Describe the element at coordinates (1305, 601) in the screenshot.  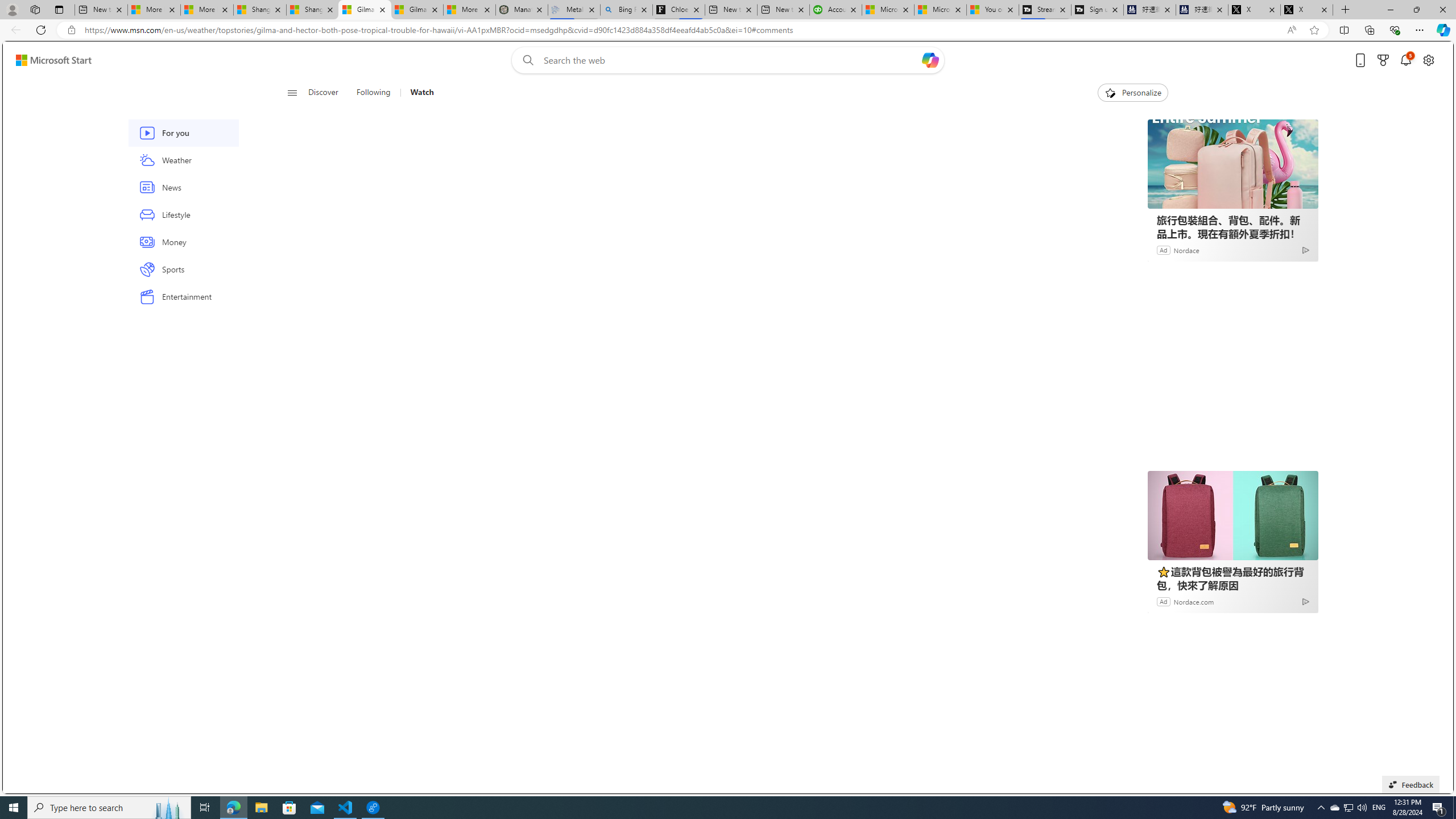
I see `'Ad Choice'` at that location.